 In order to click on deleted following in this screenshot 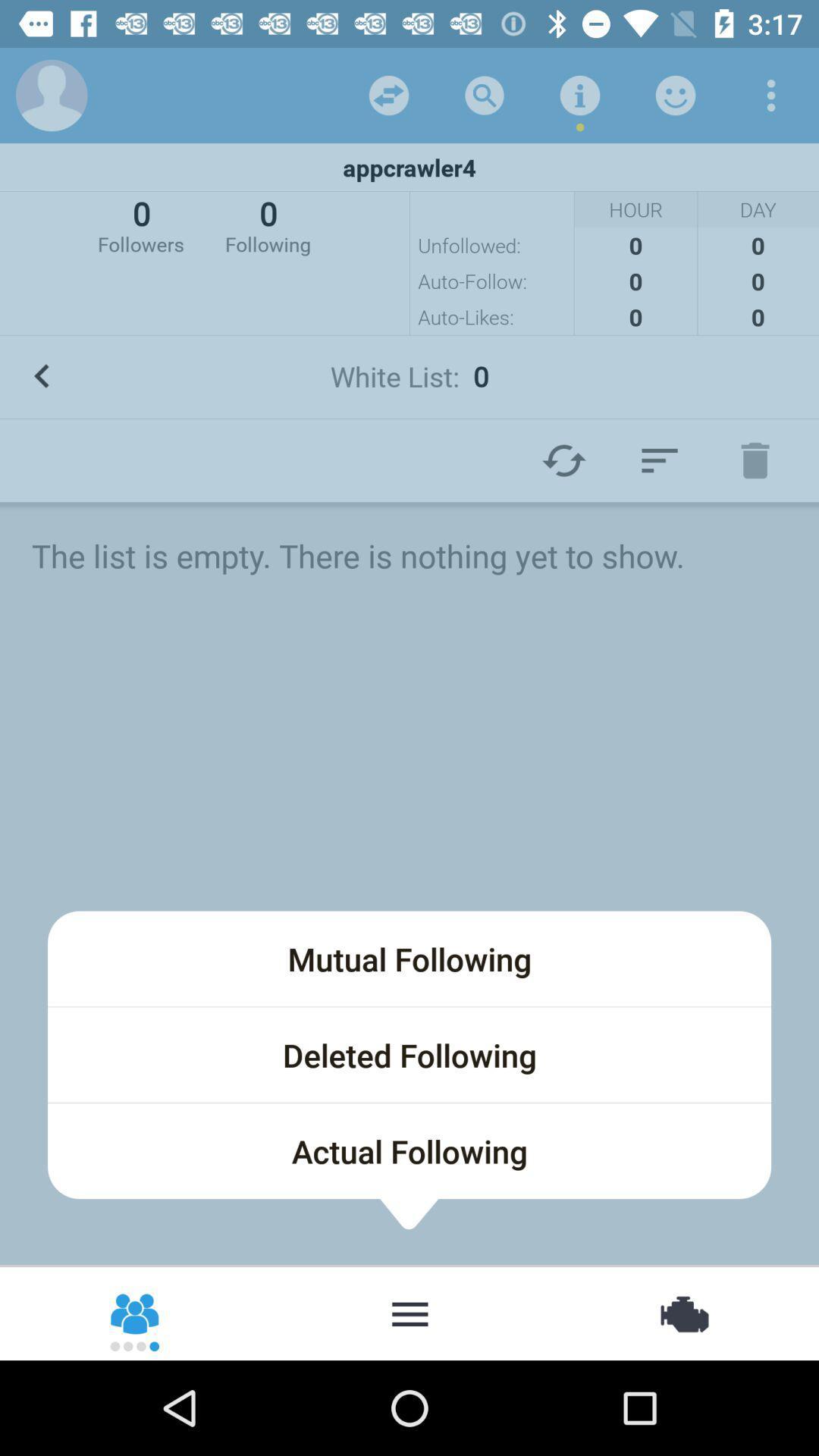, I will do `click(409, 1054)`.